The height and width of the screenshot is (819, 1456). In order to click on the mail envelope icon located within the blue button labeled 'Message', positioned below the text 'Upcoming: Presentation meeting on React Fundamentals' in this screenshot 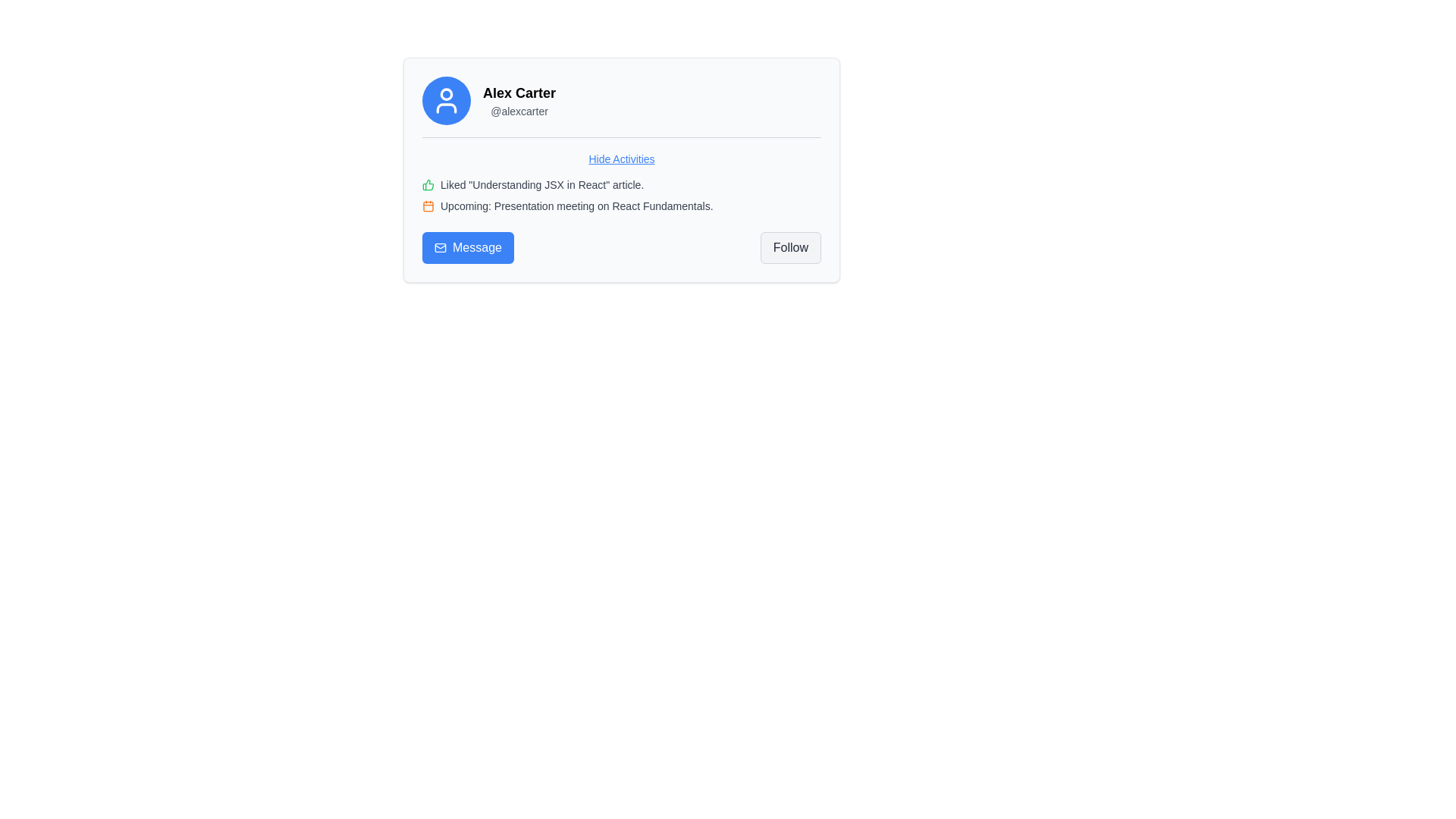, I will do `click(439, 247)`.